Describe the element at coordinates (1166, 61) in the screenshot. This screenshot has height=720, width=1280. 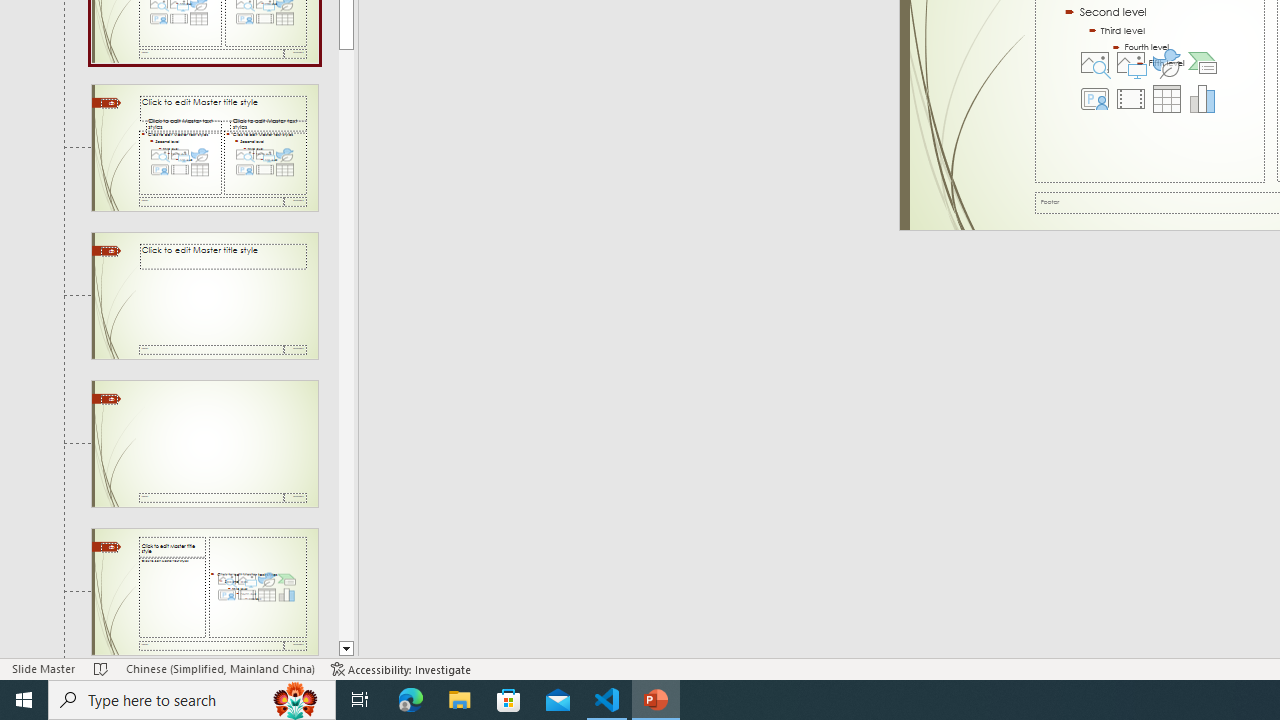
I see `'Insert an Icon'` at that location.